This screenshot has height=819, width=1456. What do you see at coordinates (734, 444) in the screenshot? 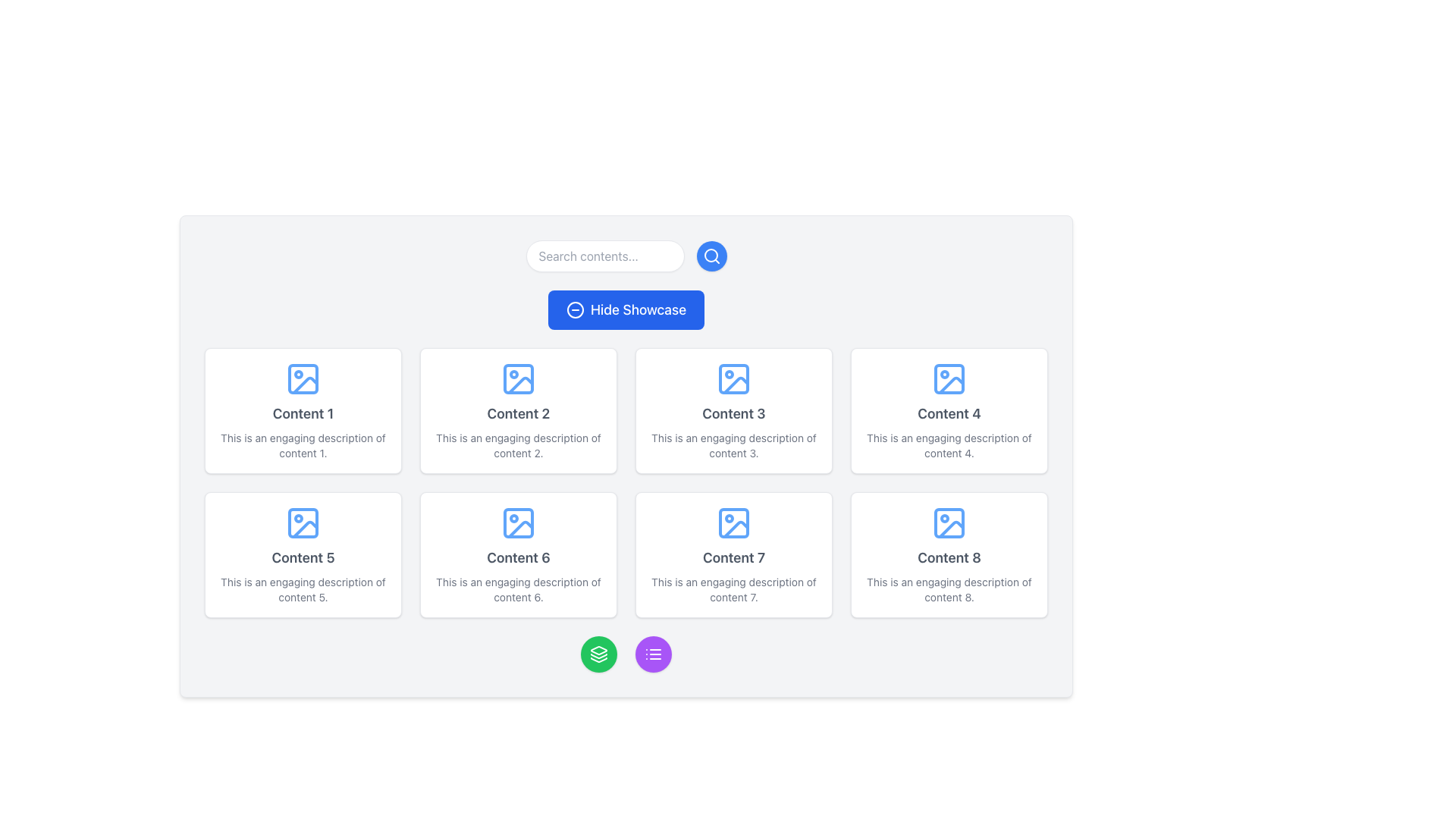
I see `the text label reading 'This is an engaging description of content 3', located at the bottom of the 'Content 3' card` at bounding box center [734, 444].